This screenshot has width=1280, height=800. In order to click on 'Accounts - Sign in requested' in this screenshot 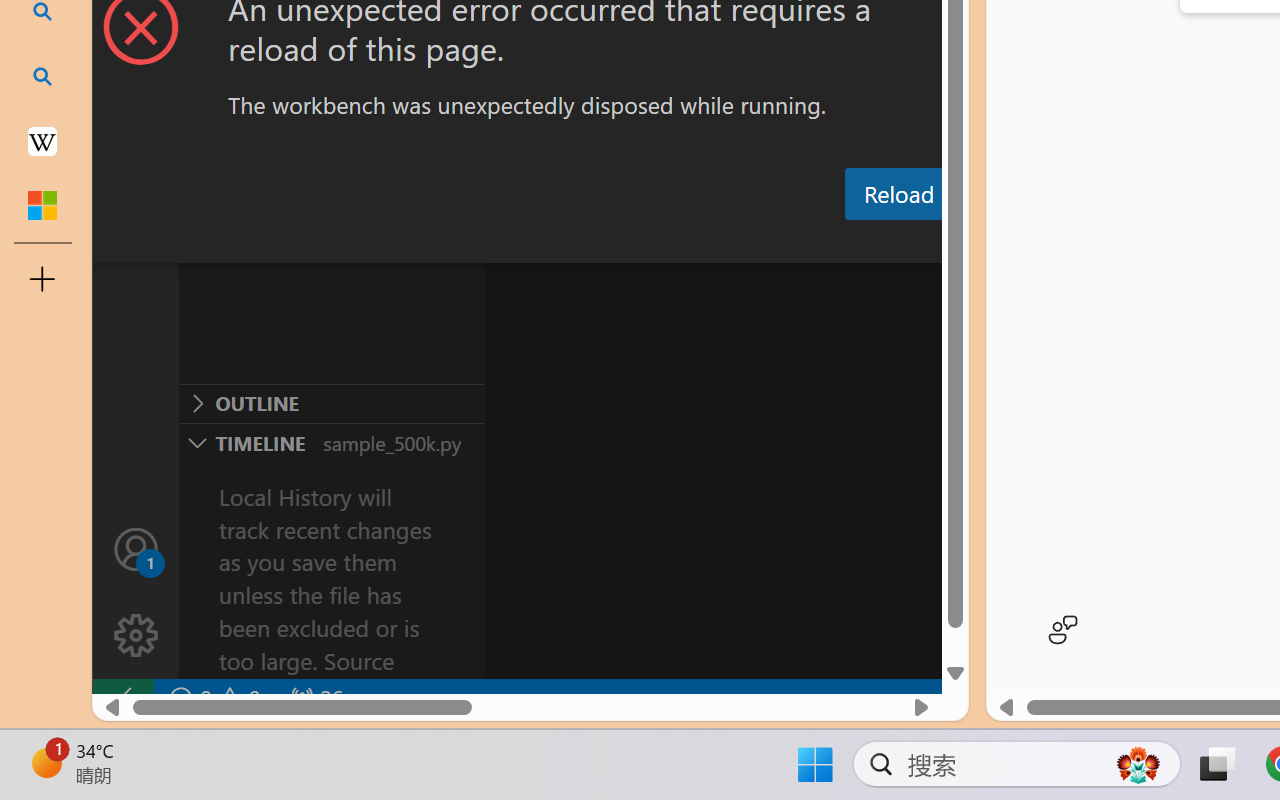, I will do `click(134, 548)`.